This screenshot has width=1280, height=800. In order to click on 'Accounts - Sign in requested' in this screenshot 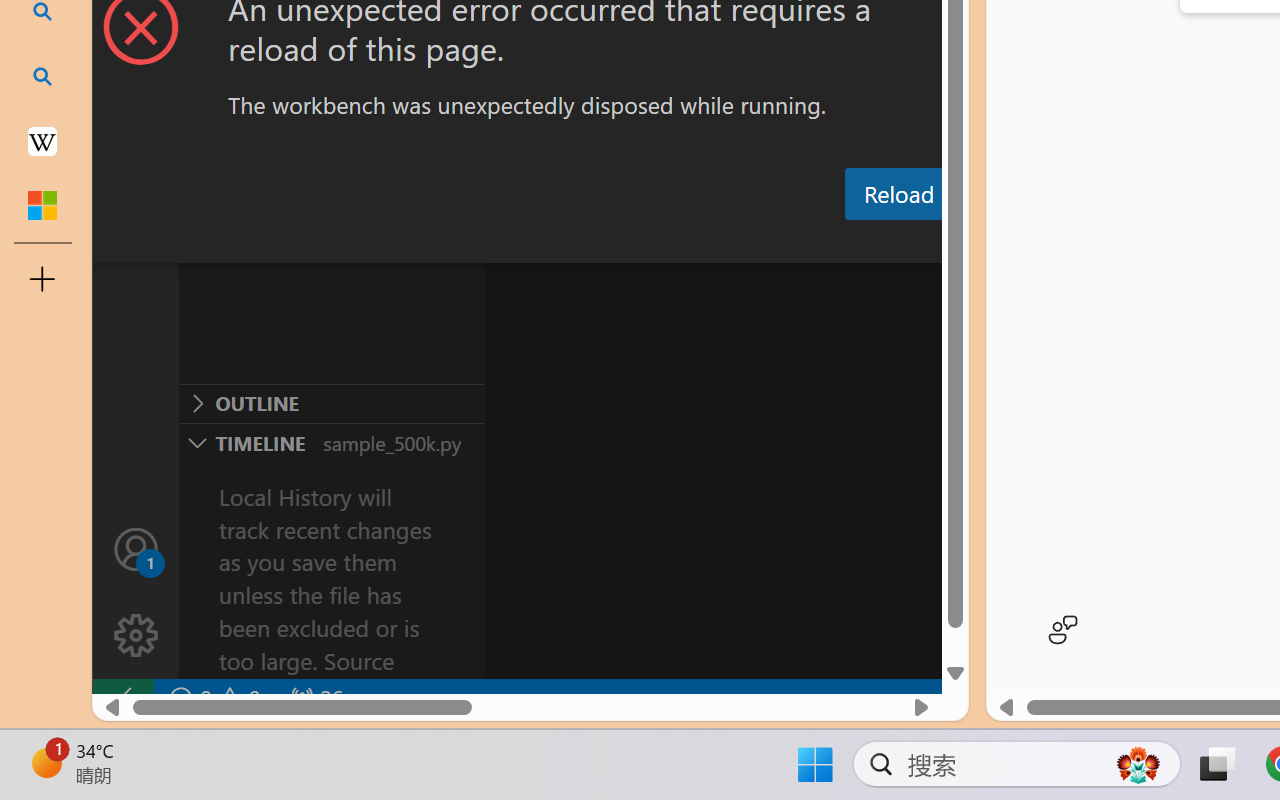, I will do `click(134, 548)`.